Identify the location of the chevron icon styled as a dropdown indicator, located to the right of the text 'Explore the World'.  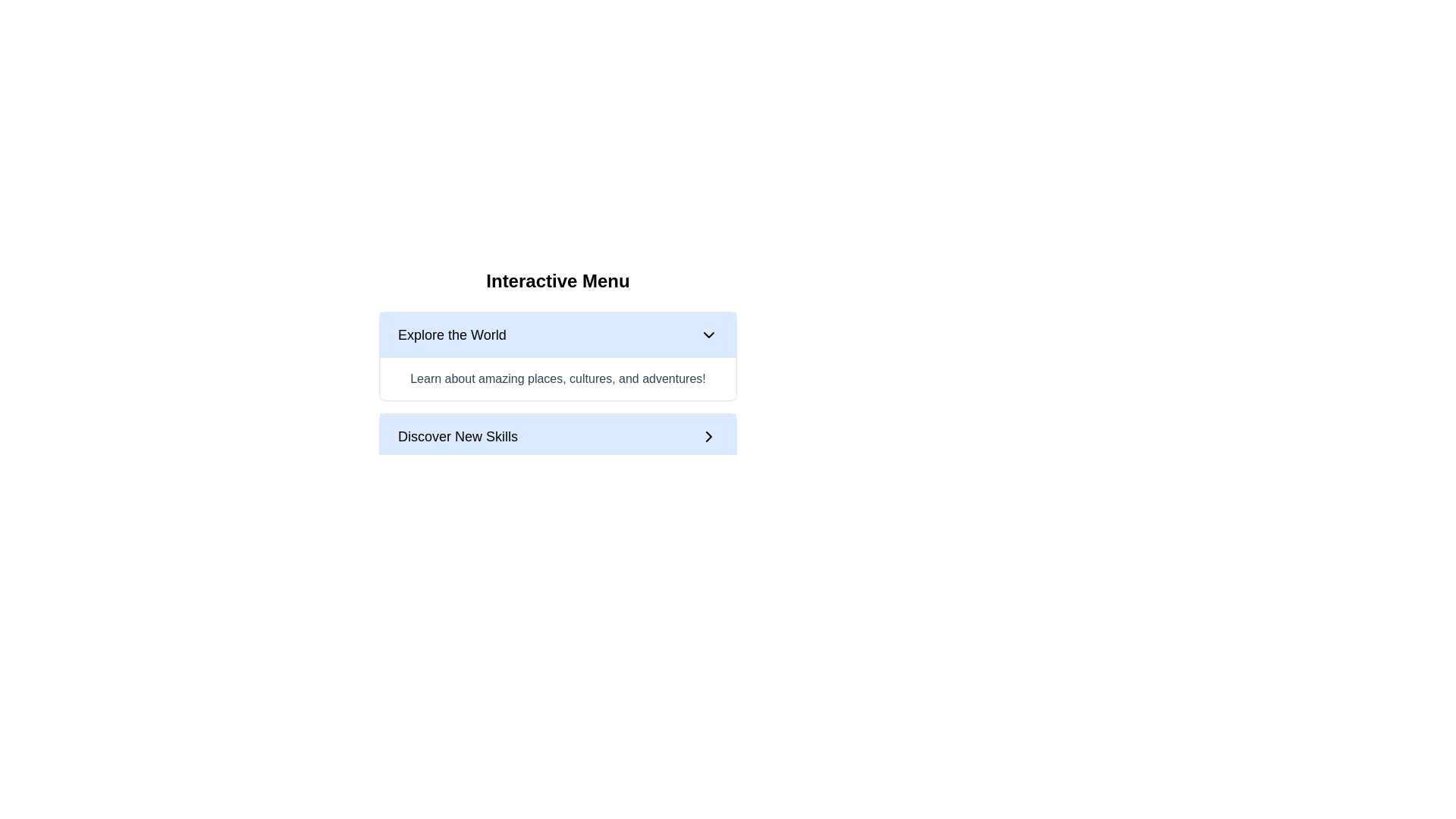
(708, 334).